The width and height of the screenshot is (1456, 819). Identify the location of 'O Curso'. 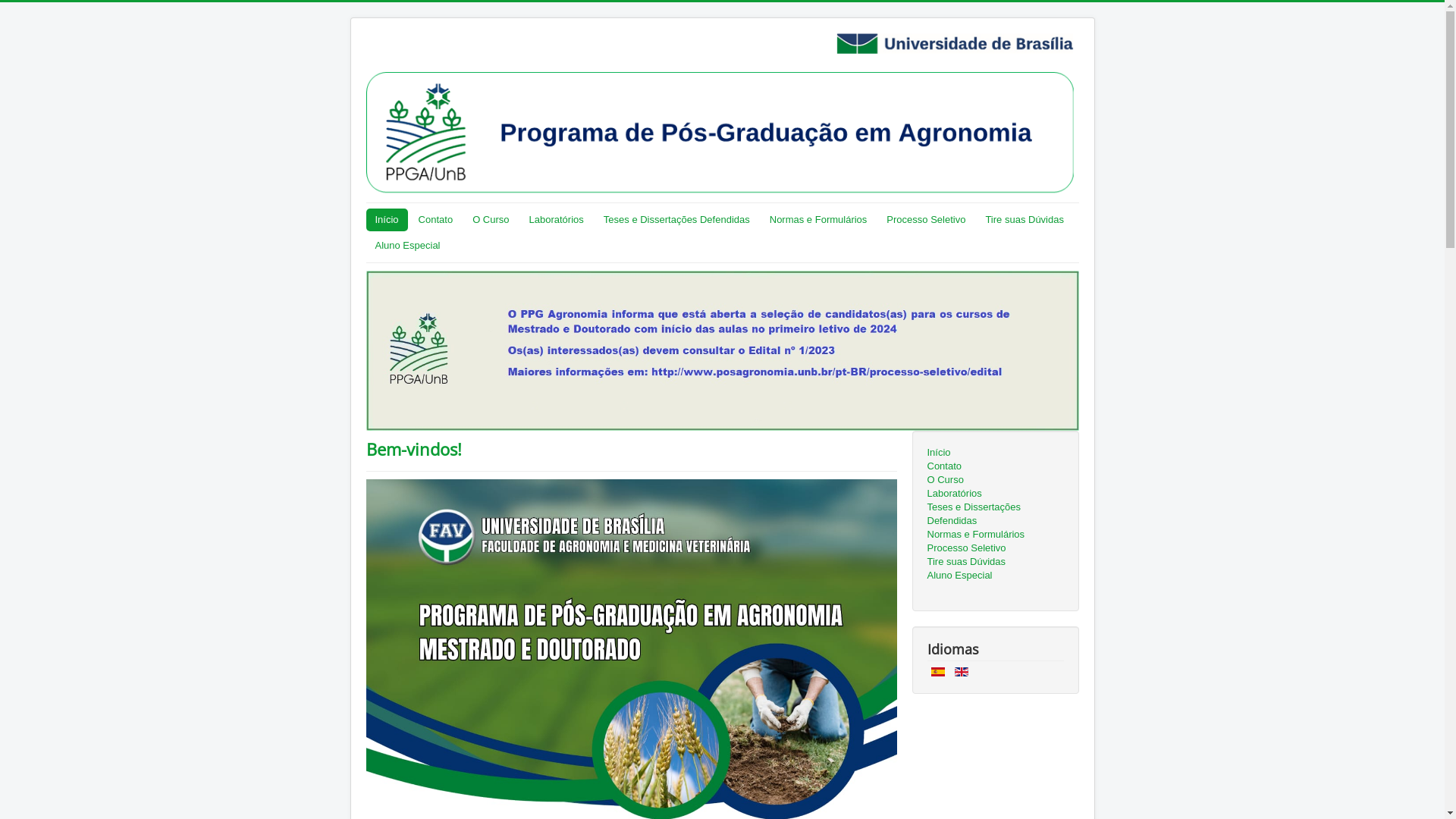
(491, 219).